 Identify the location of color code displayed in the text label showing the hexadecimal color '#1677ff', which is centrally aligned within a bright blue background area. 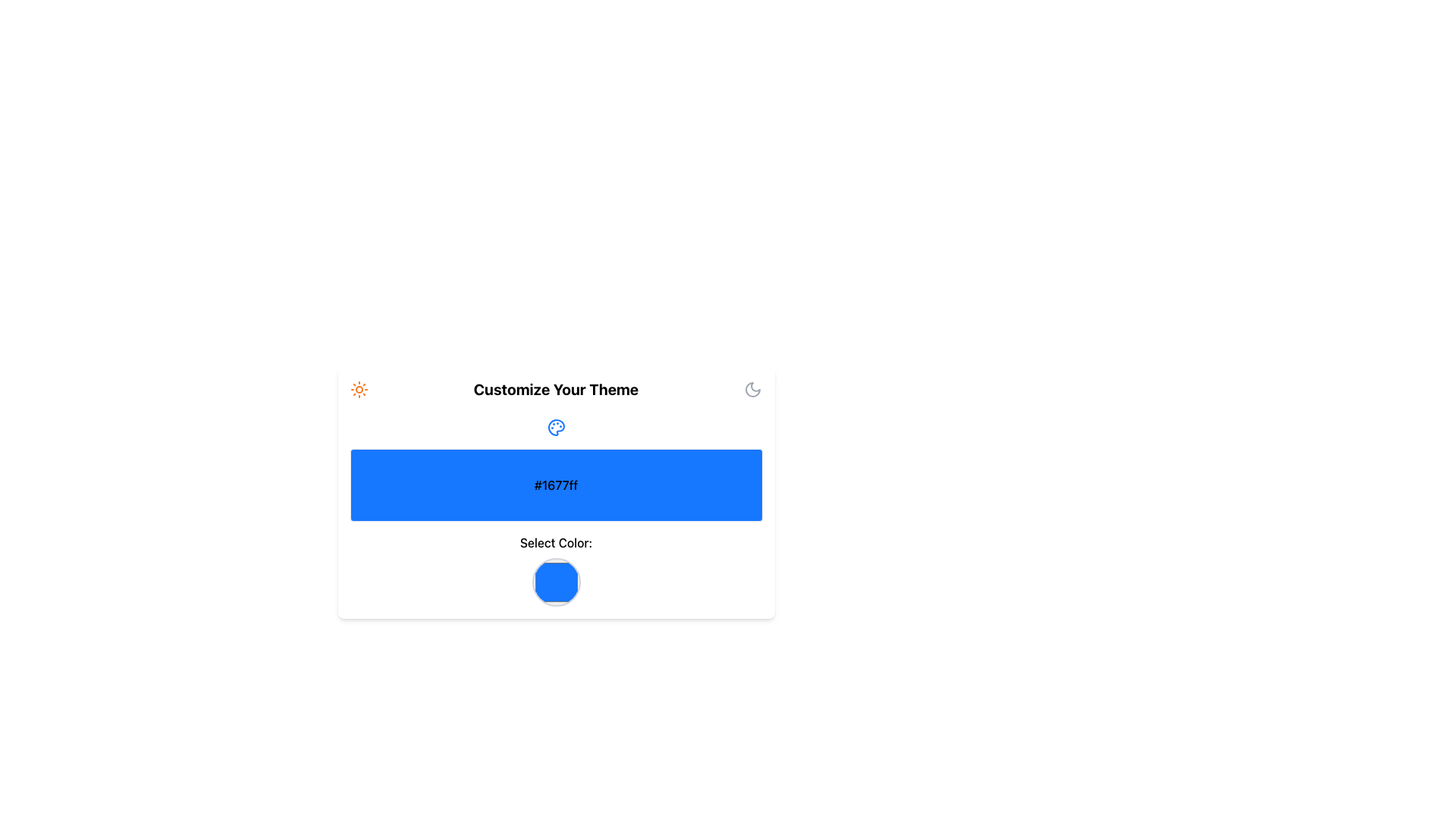
(555, 485).